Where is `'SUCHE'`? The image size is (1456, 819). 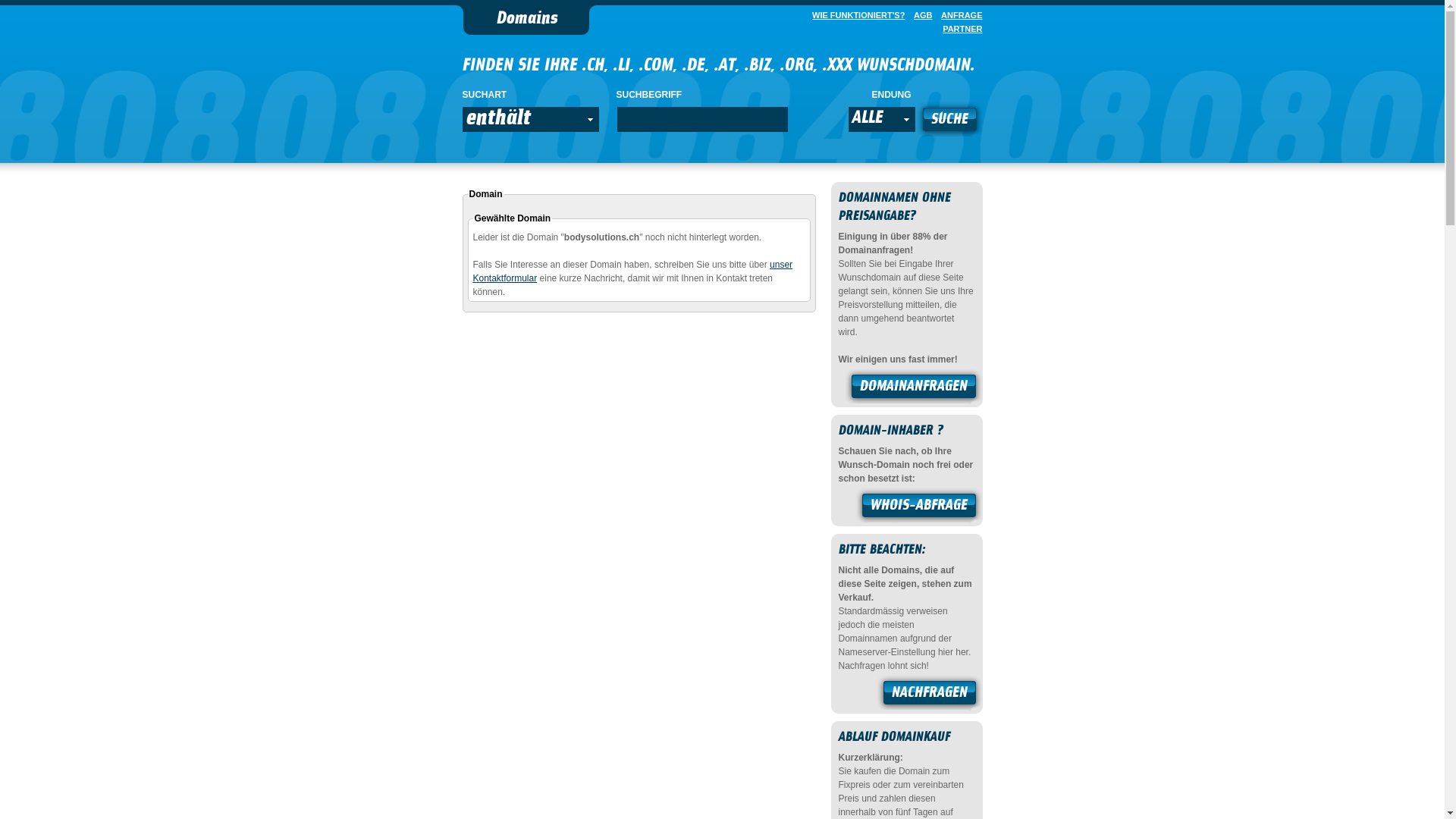
'SUCHE' is located at coordinates (915, 120).